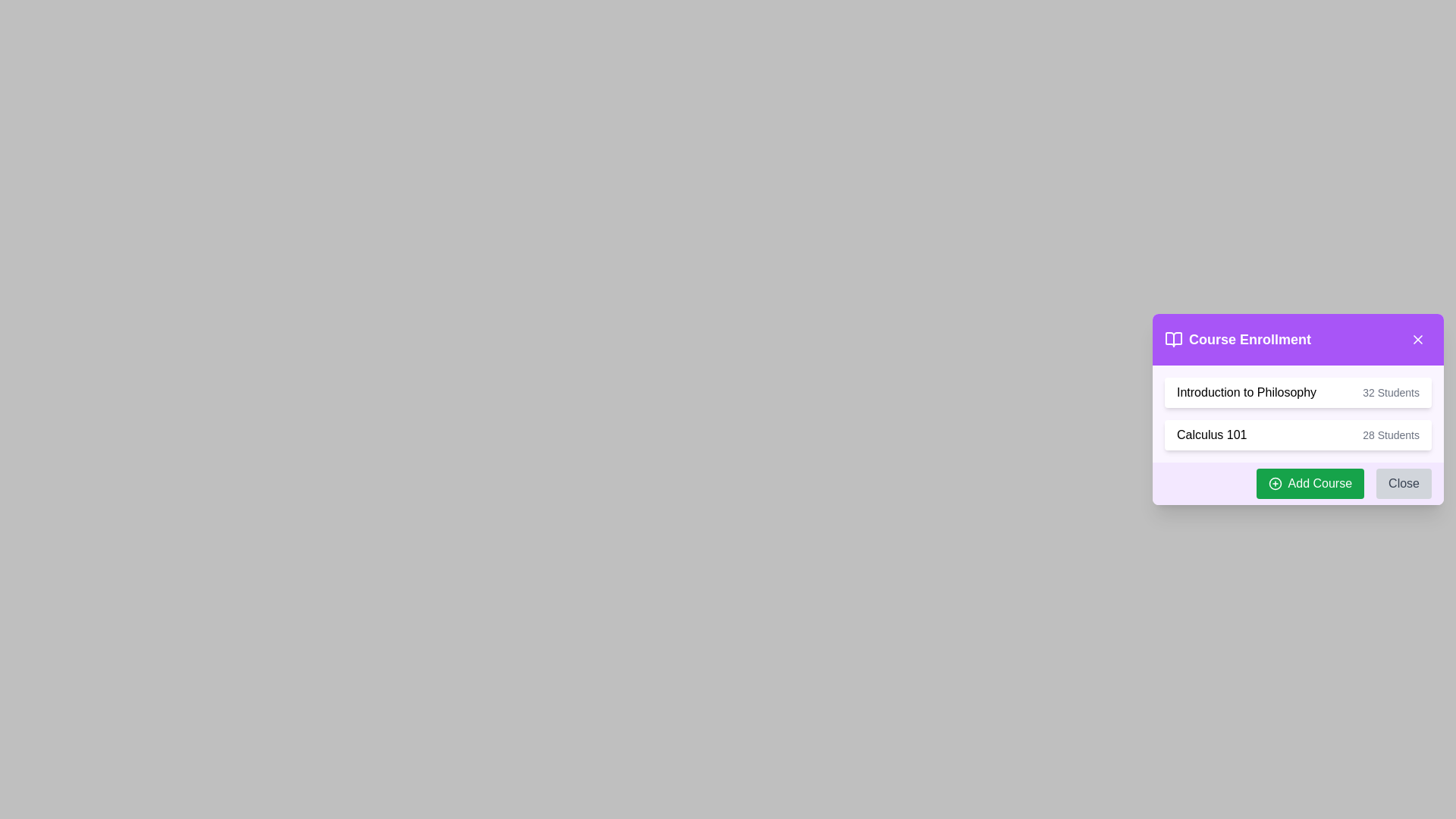 The image size is (1456, 819). I want to click on title text of the header located at the top of the modal, which includes an interactive 'close' button for dismissing the modal, so click(1298, 338).